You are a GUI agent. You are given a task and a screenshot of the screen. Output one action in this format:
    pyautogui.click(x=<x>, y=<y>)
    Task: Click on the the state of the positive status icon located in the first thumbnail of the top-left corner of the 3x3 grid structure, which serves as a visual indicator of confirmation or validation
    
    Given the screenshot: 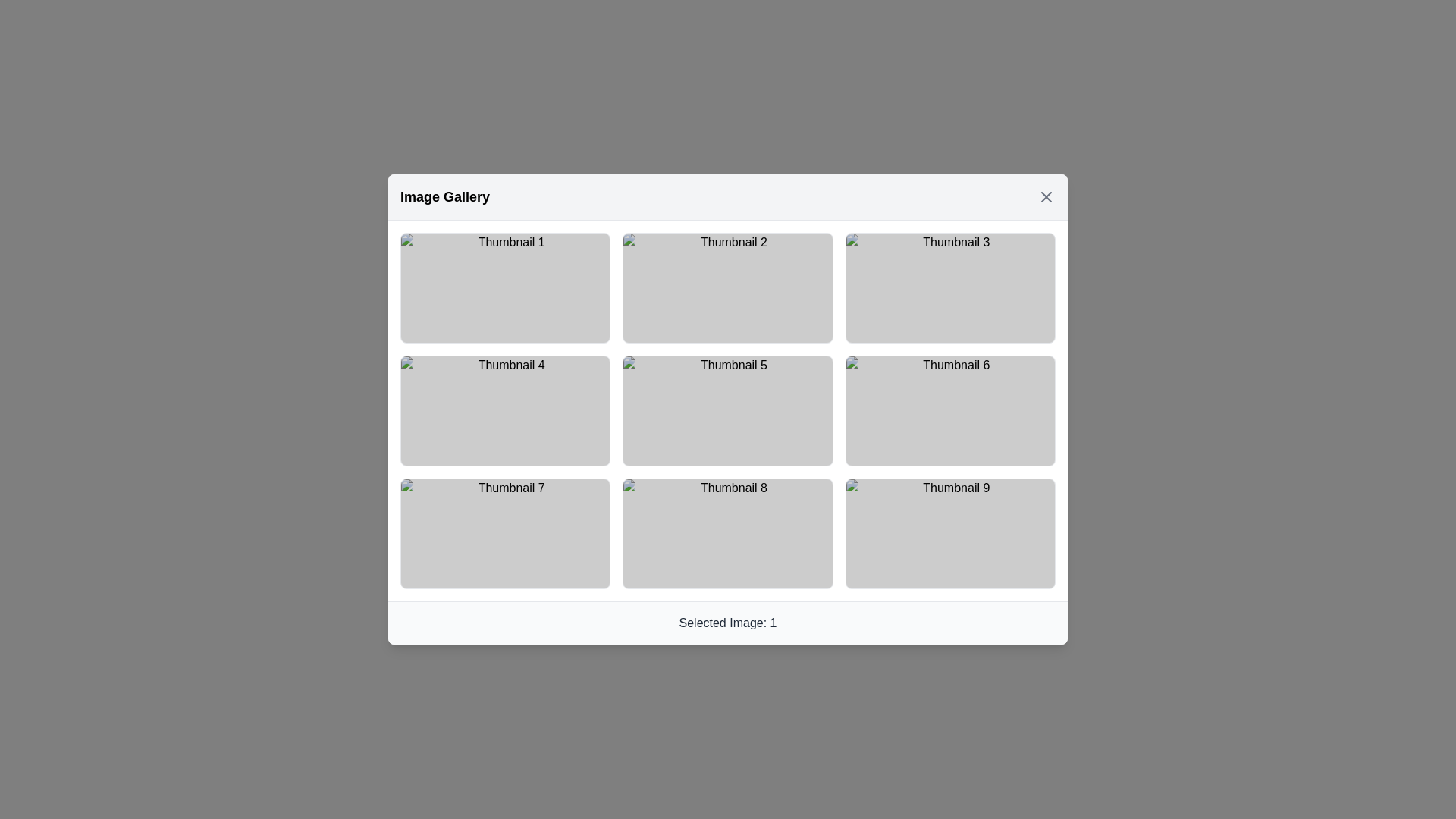 What is the action you would take?
    pyautogui.click(x=505, y=288)
    